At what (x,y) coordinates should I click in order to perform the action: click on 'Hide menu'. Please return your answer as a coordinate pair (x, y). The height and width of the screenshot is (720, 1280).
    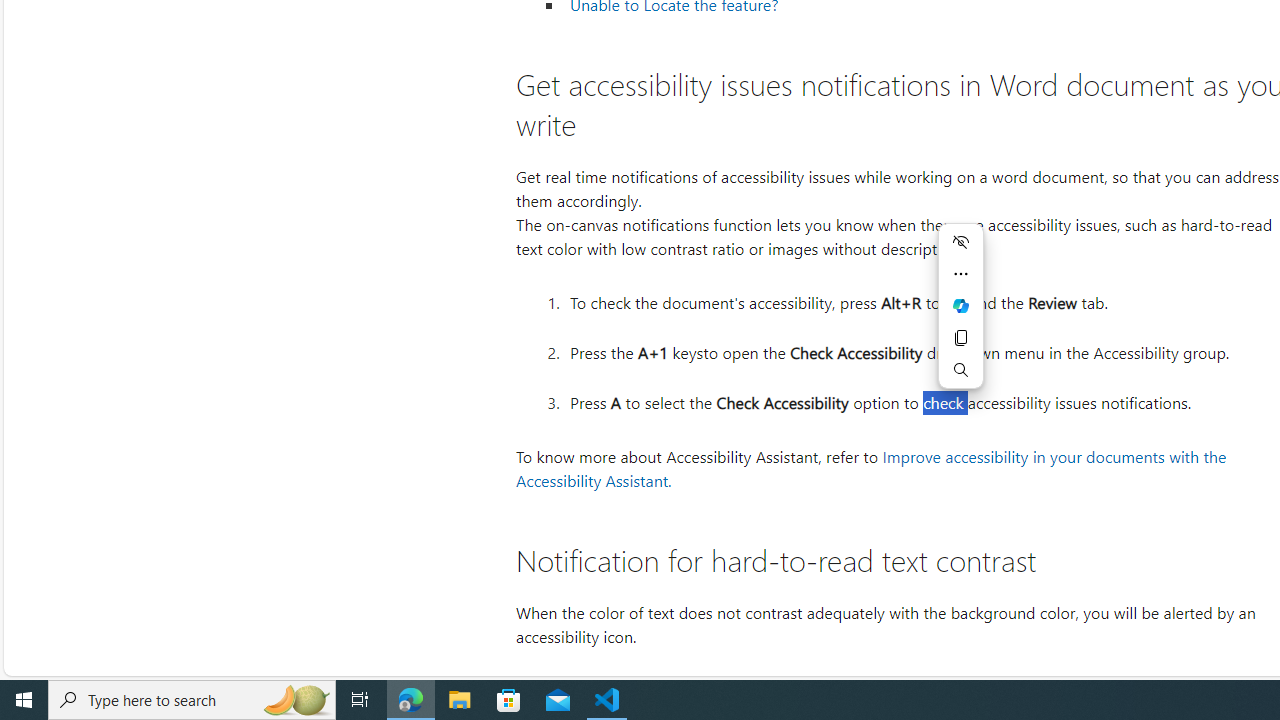
    Looking at the image, I should click on (961, 240).